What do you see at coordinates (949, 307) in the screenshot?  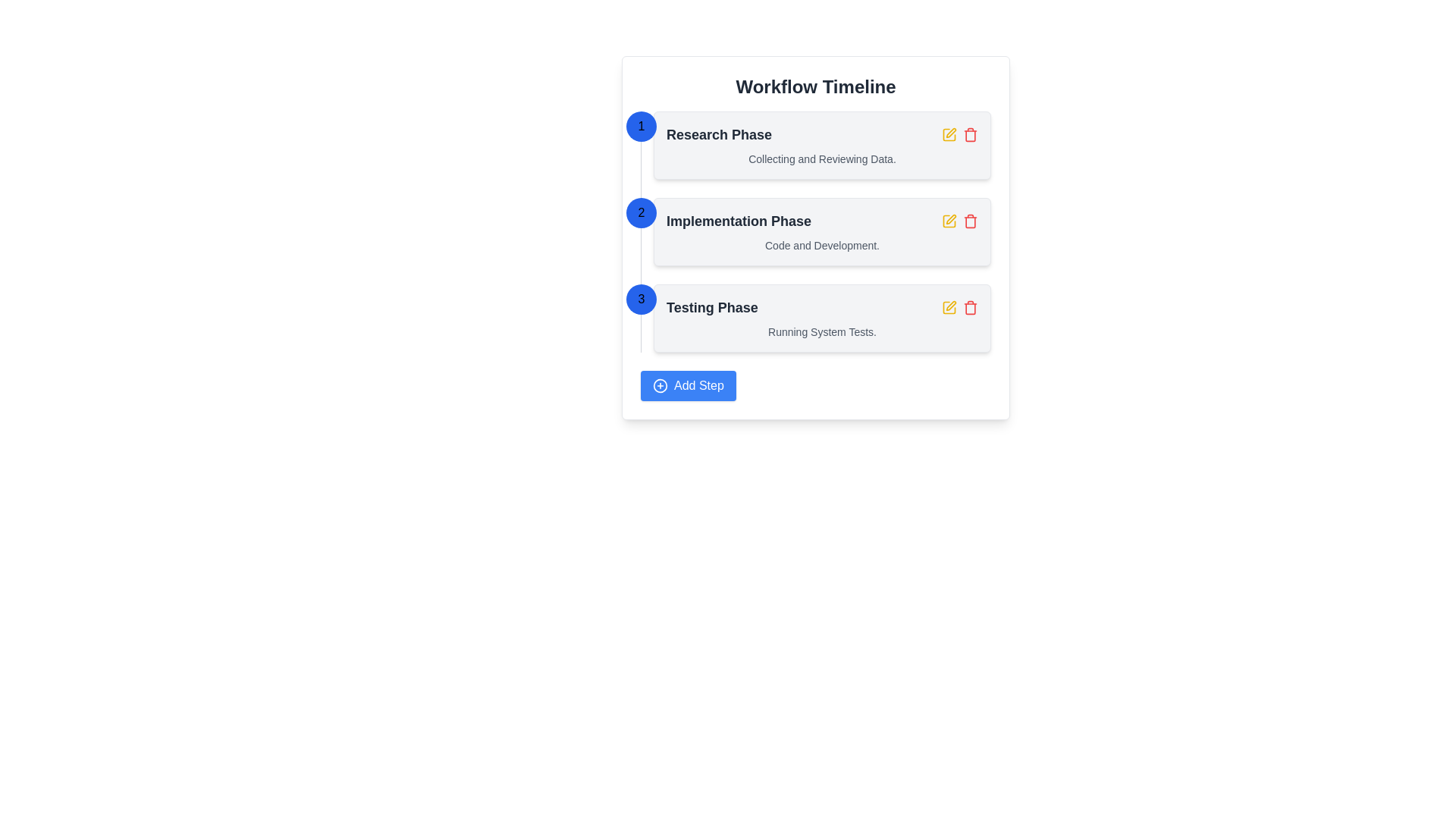 I see `the edit button located to the right of the 'Testing Phase' row in the Workflow Timeline` at bounding box center [949, 307].